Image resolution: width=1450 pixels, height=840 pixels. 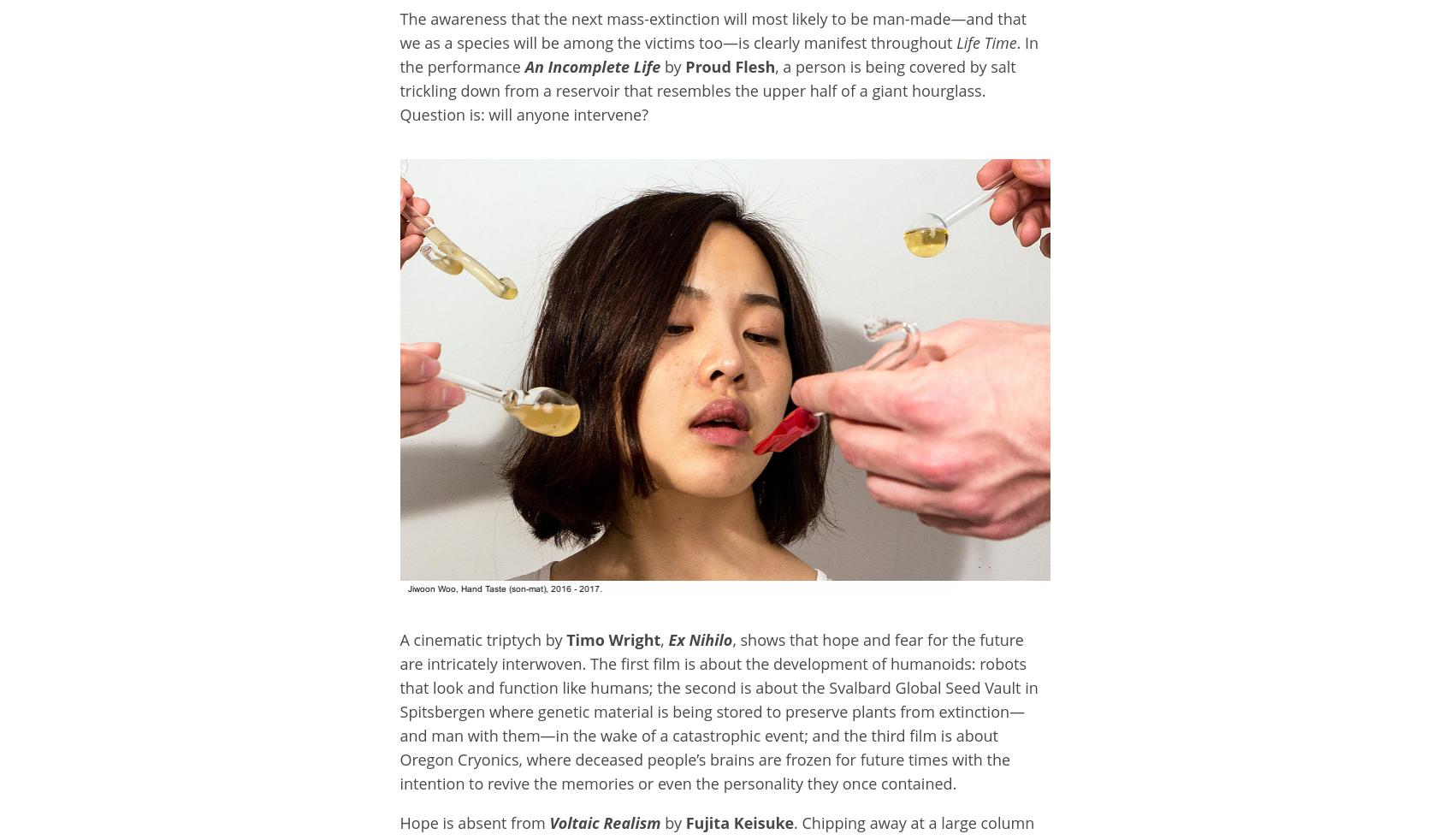 I want to click on 'Life Time', so click(x=983, y=41).